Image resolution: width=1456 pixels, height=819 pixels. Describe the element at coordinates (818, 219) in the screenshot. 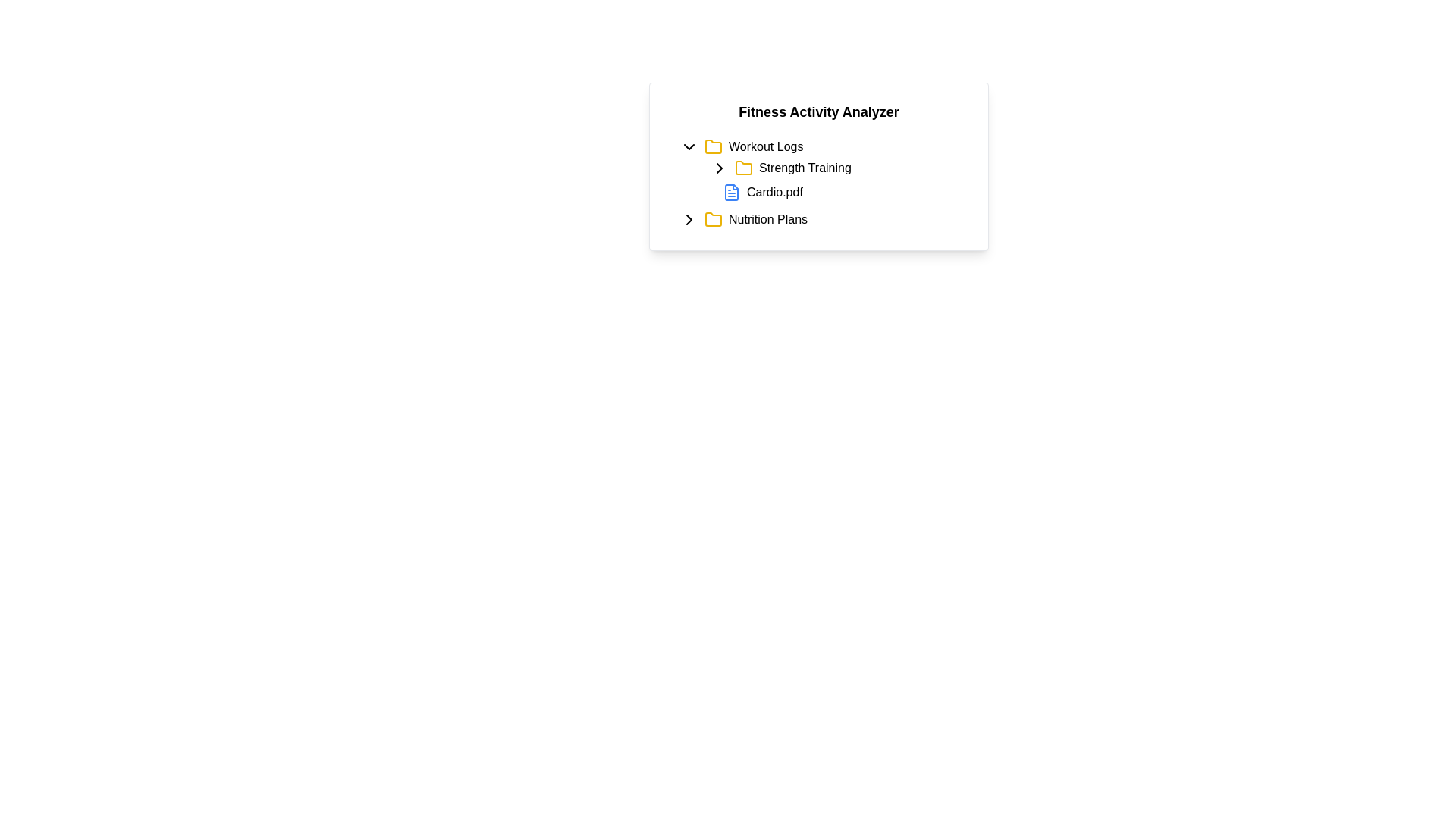

I see `the last list item labeled 'Nutrition Plans', which represents a selectable entry in a vertical list of categories or files` at that location.